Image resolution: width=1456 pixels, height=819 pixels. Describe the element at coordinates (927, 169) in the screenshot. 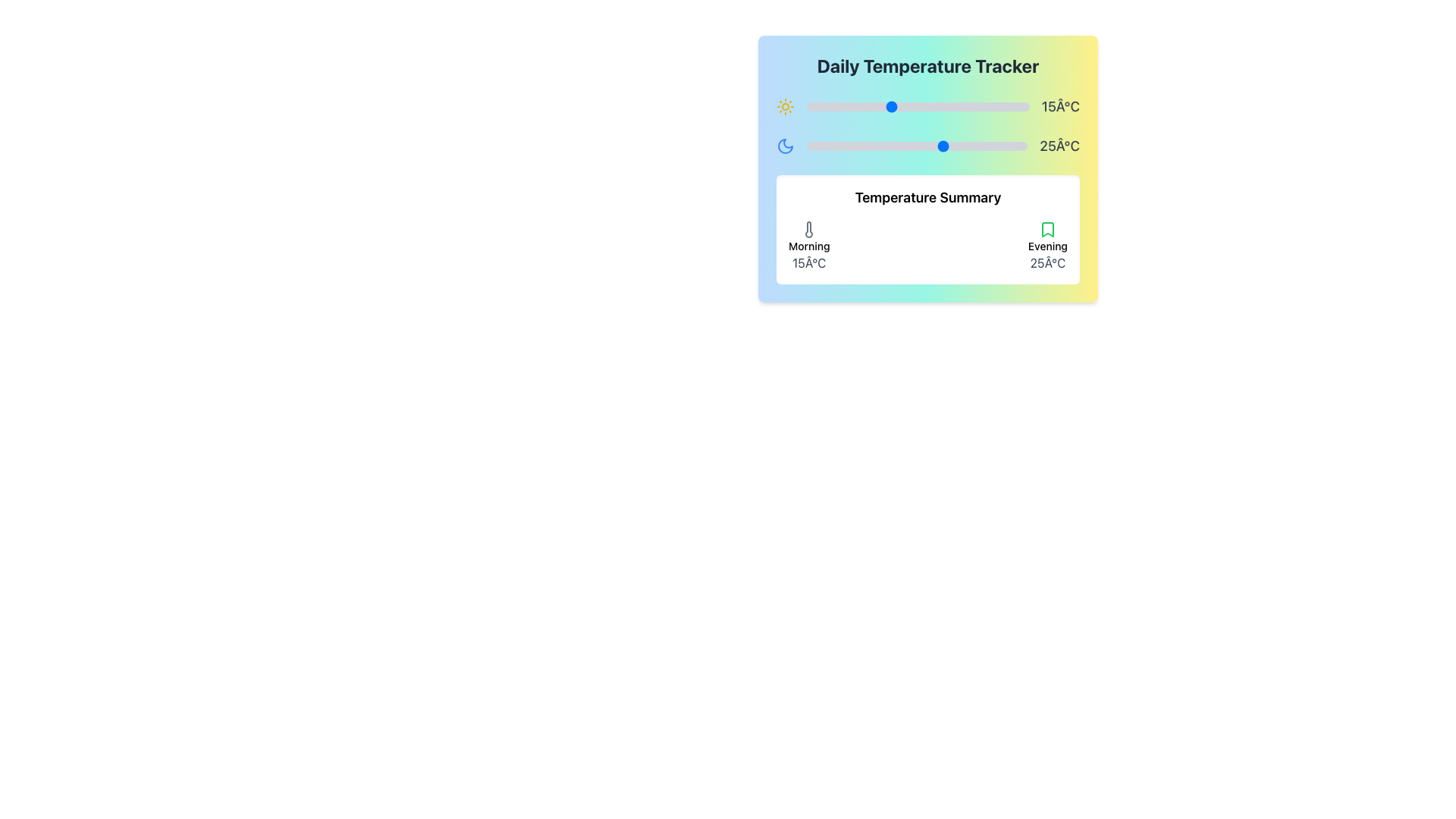

I see `the interactive Composite UI element that displays daily temperature statistics and allows adjustments via sliders` at that location.